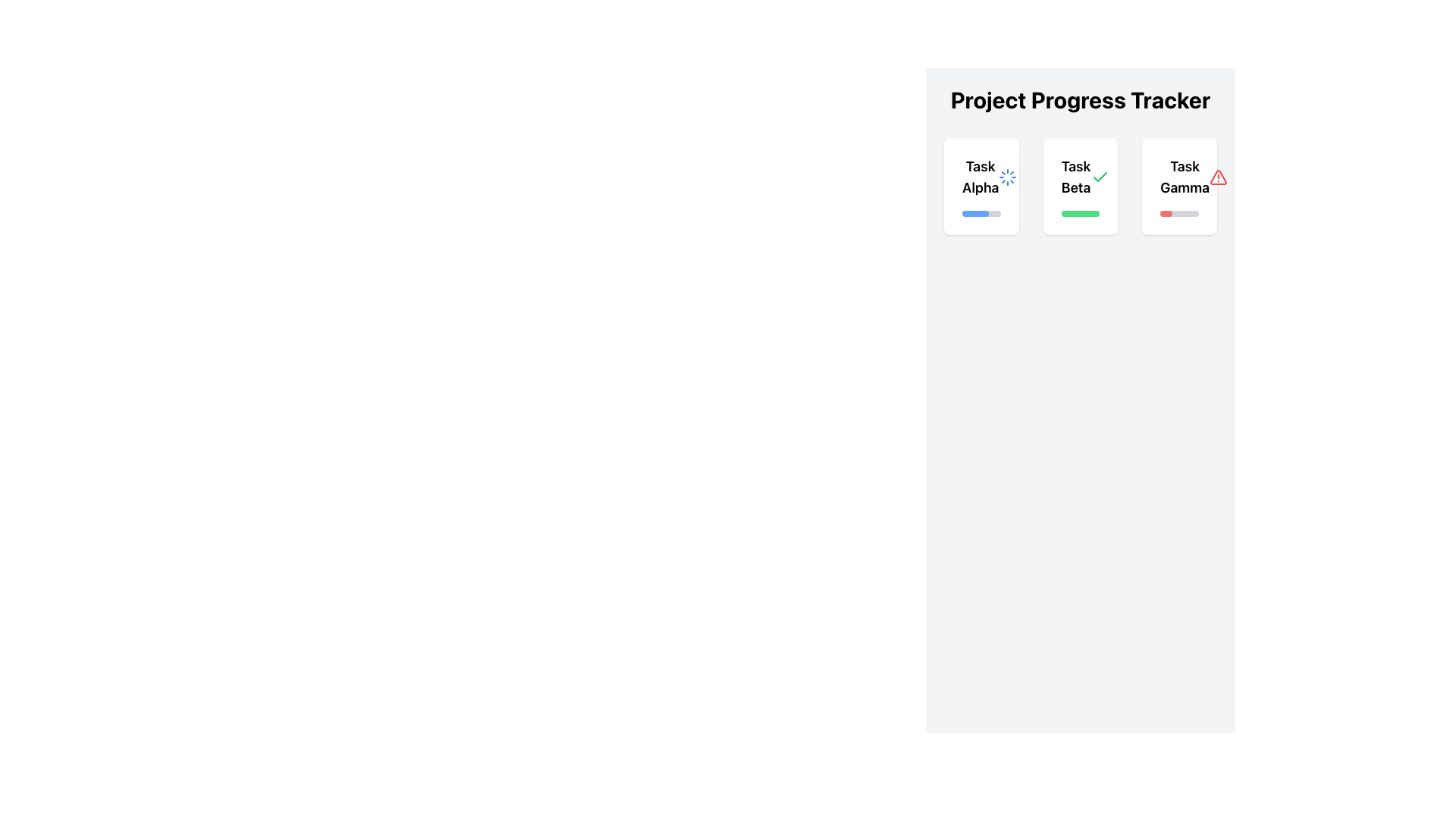  What do you see at coordinates (1080, 186) in the screenshot?
I see `the progress of the task represented by the middle card labeled 'Task Beta' in the grid layout of the Project Progress Tracker` at bounding box center [1080, 186].